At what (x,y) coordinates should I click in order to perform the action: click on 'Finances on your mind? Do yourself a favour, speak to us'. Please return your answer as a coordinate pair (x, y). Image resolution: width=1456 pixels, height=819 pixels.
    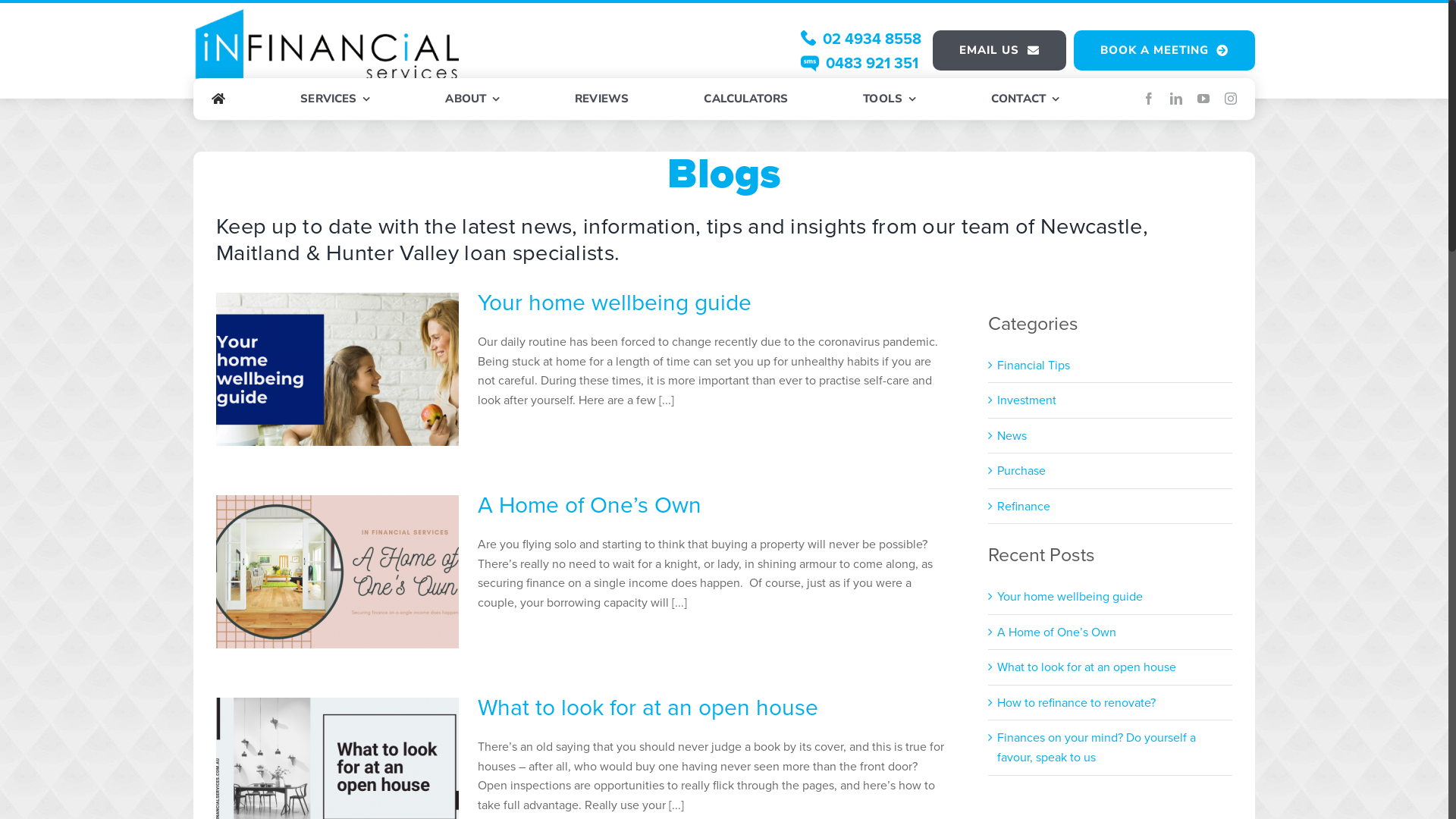
    Looking at the image, I should click on (1096, 746).